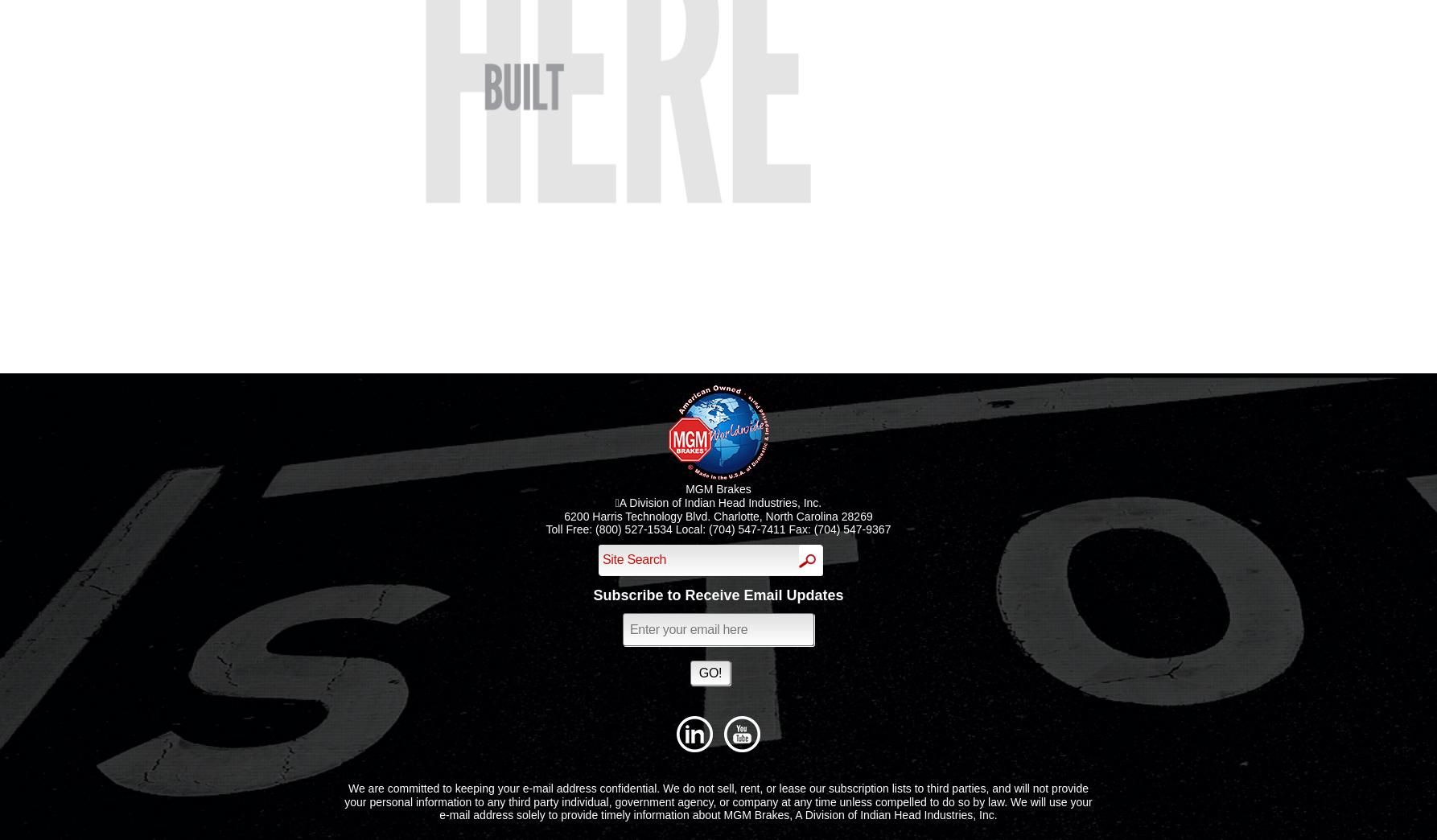 The image size is (1437, 840). What do you see at coordinates (717, 595) in the screenshot?
I see `'Subscribe to Receive Email Updates'` at bounding box center [717, 595].